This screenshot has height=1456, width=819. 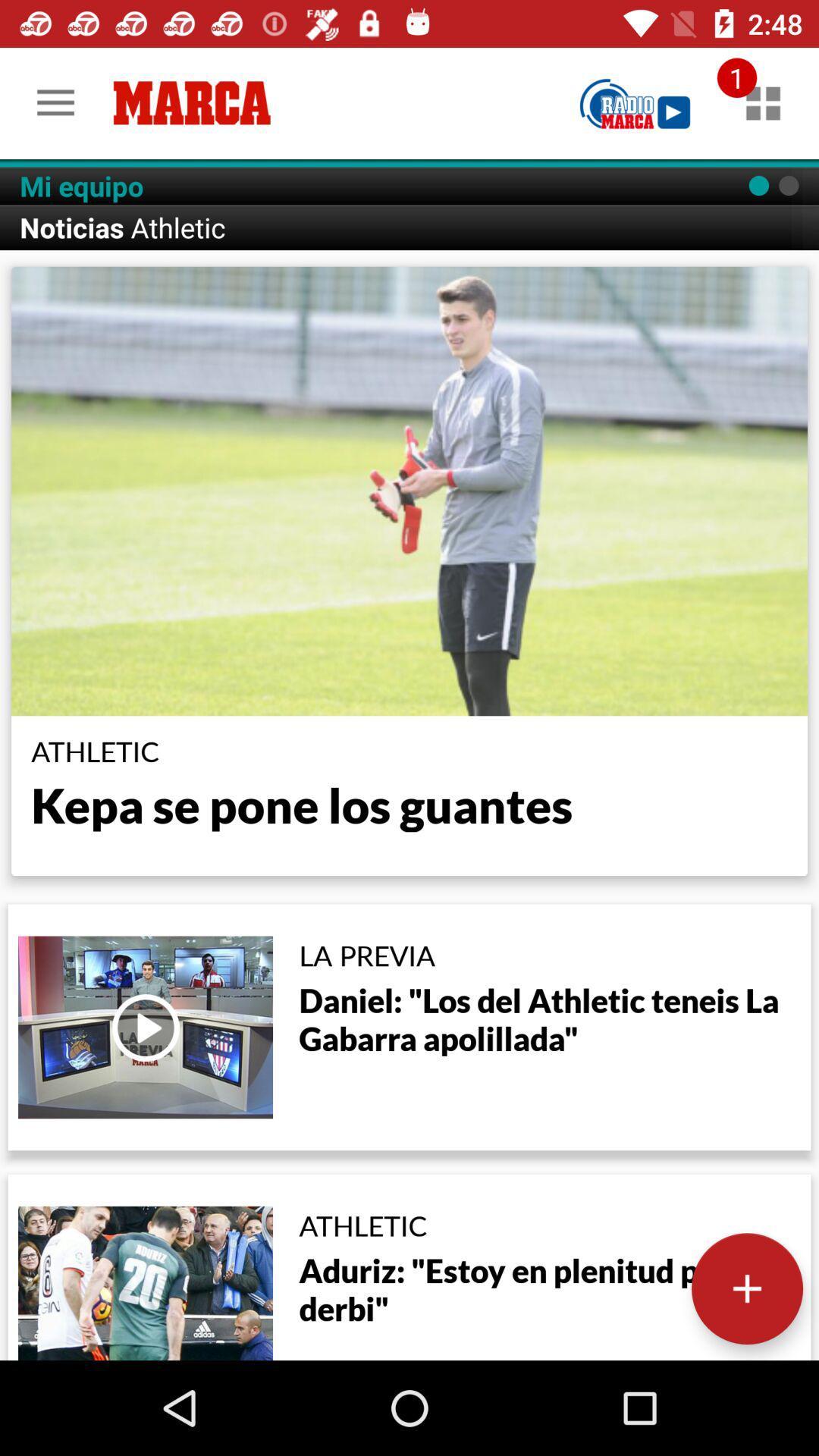 I want to click on radio marca which is on the right side of marca, so click(x=635, y=102).